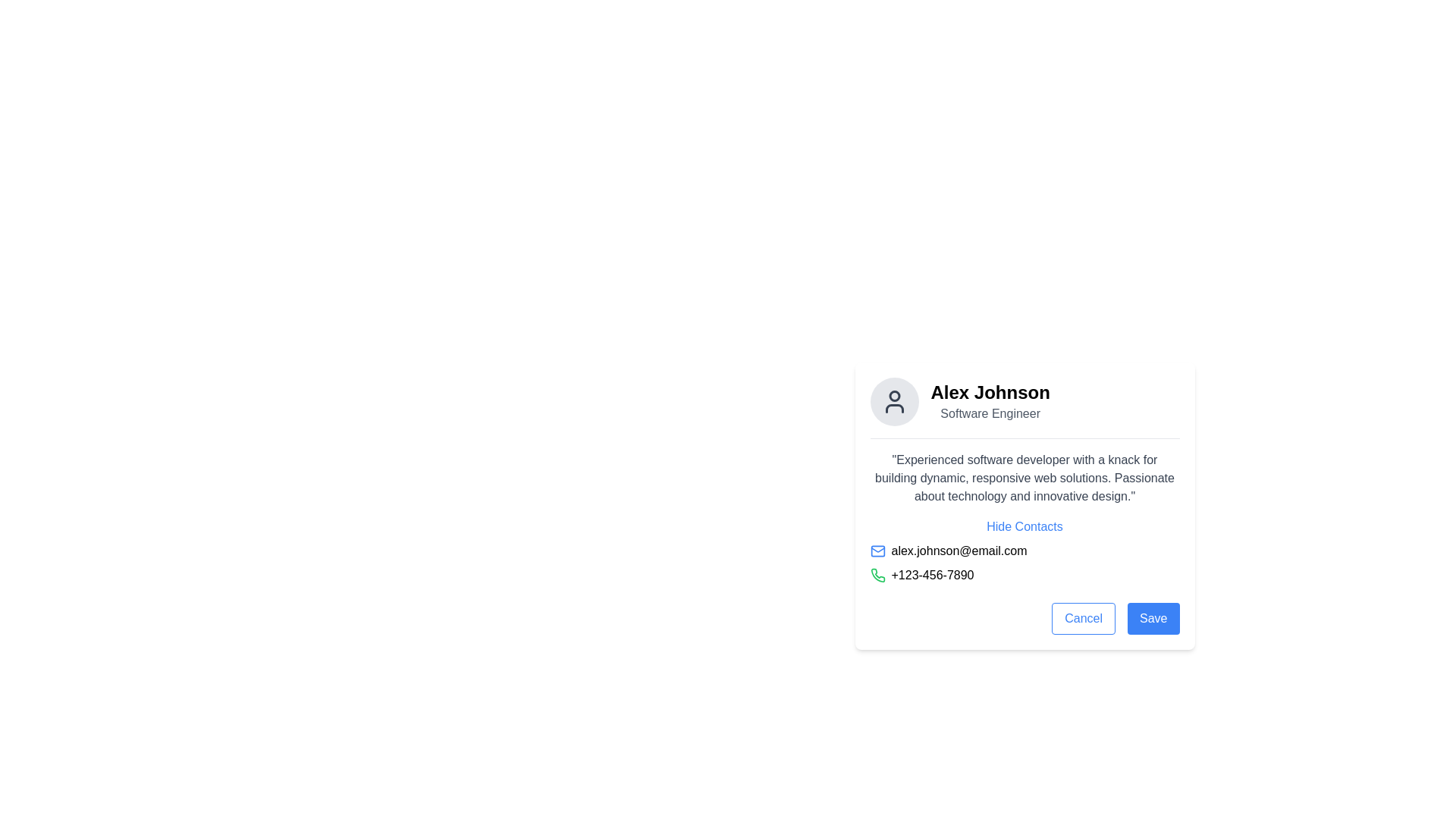  Describe the element at coordinates (894, 400) in the screenshot. I see `the user profile icon represented as a circular avatar, located to the left of the text 'Alex Johnson' and 'Software Engineer' in the profile header layout` at that location.